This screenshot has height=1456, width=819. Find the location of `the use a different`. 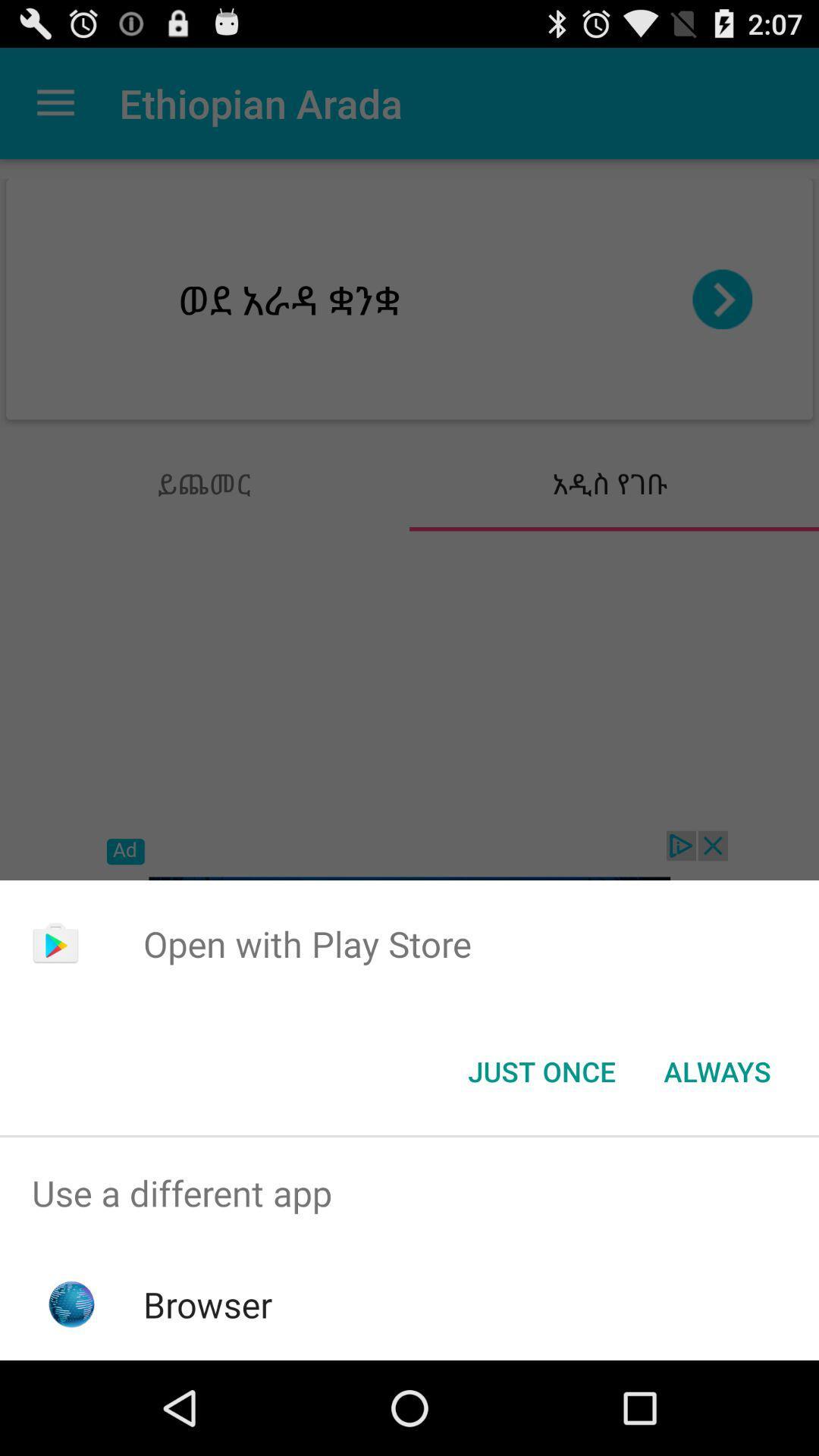

the use a different is located at coordinates (409, 1192).